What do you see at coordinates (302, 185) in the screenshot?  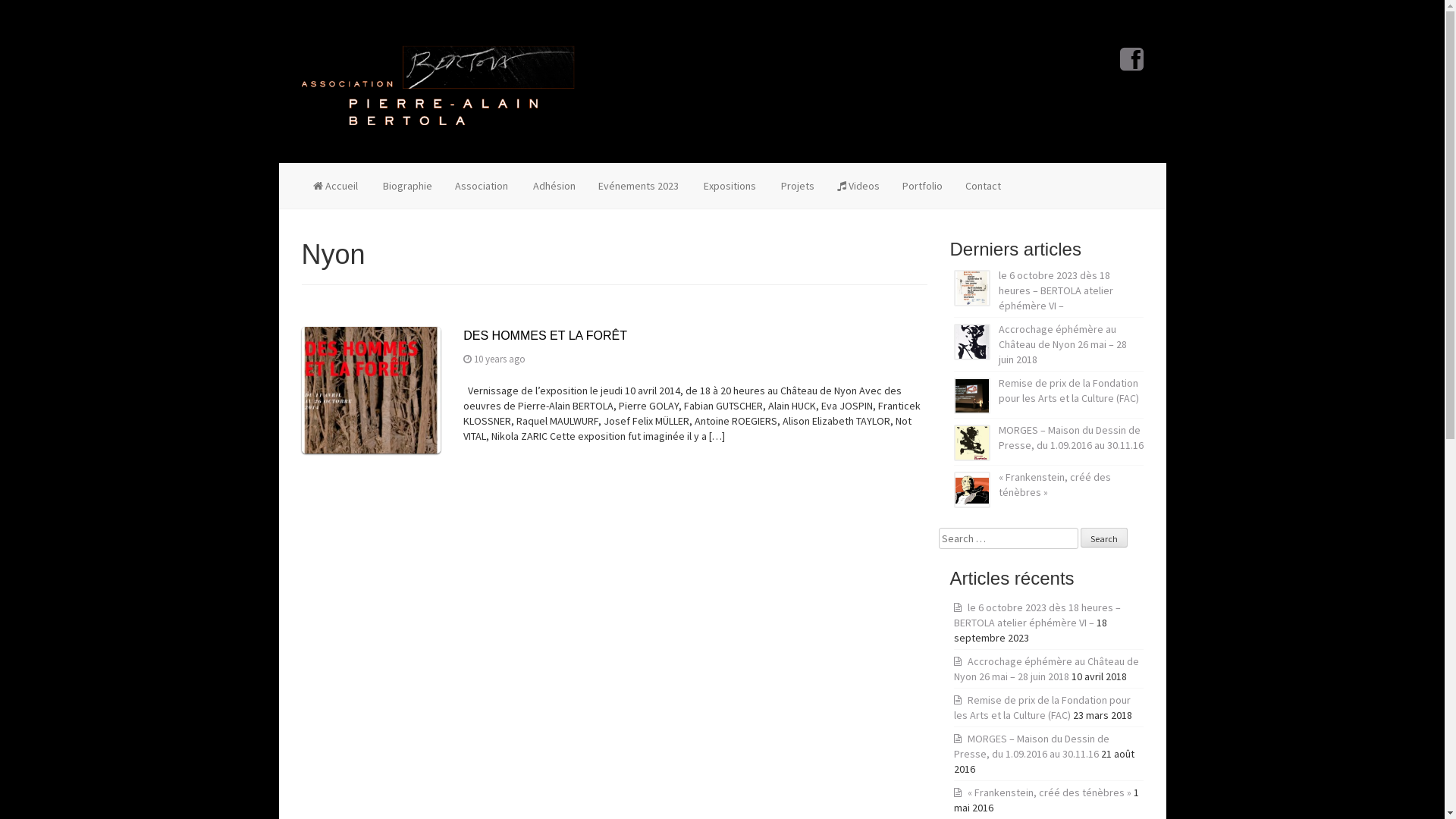 I see `' Accueil'` at bounding box center [302, 185].